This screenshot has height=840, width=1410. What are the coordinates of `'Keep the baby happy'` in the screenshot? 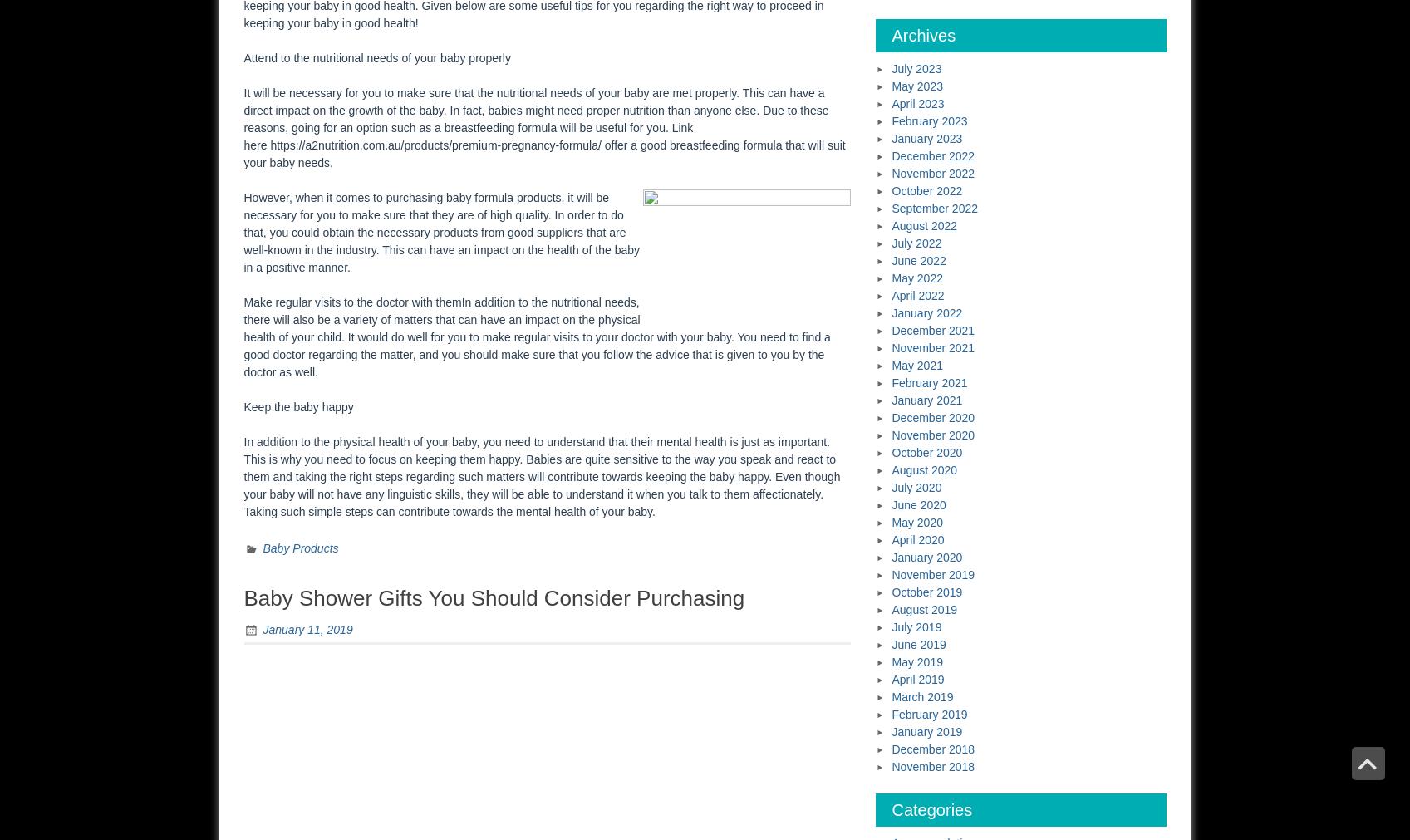 It's located at (297, 405).